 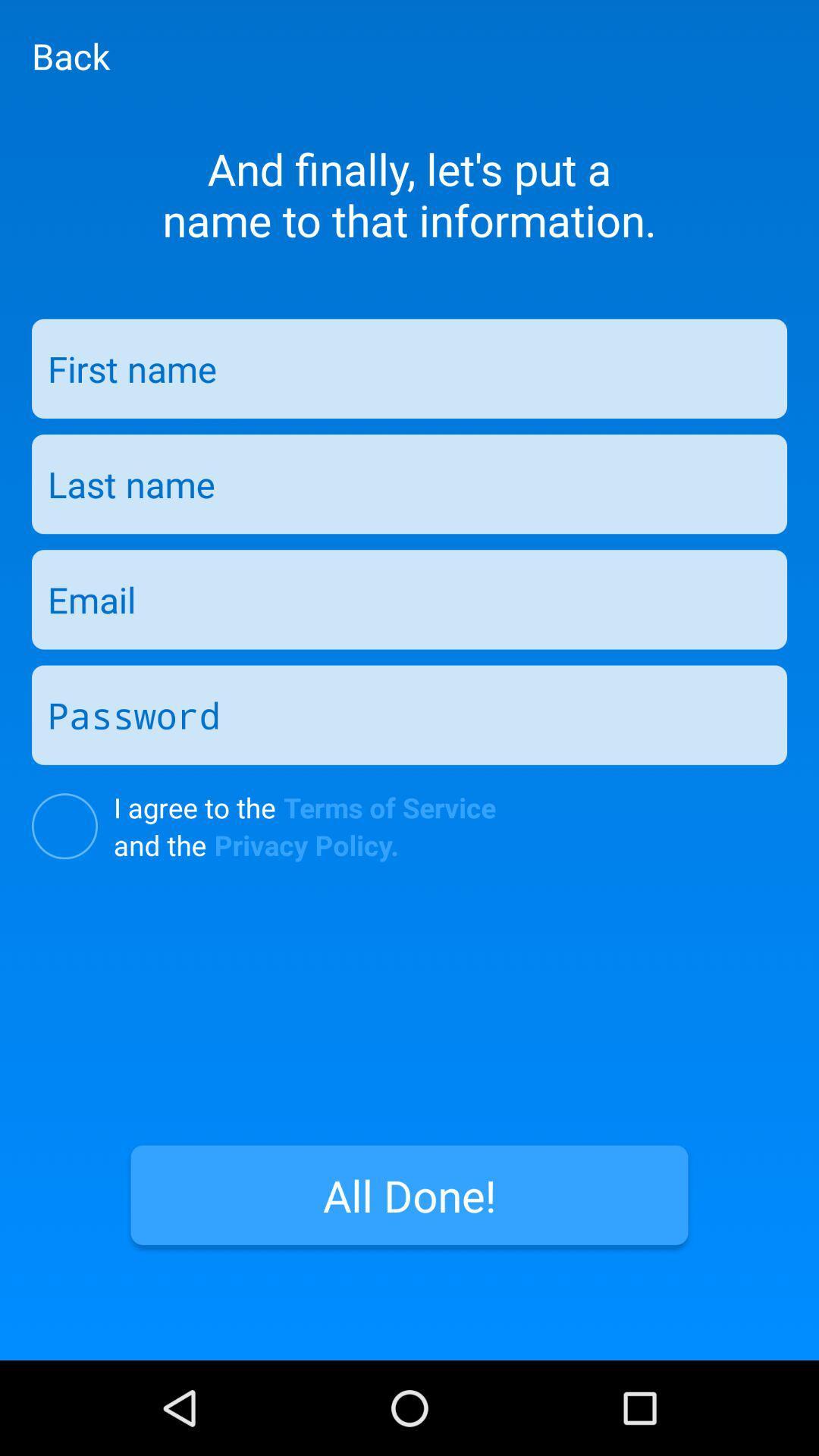 What do you see at coordinates (409, 483) in the screenshot?
I see `last name` at bounding box center [409, 483].